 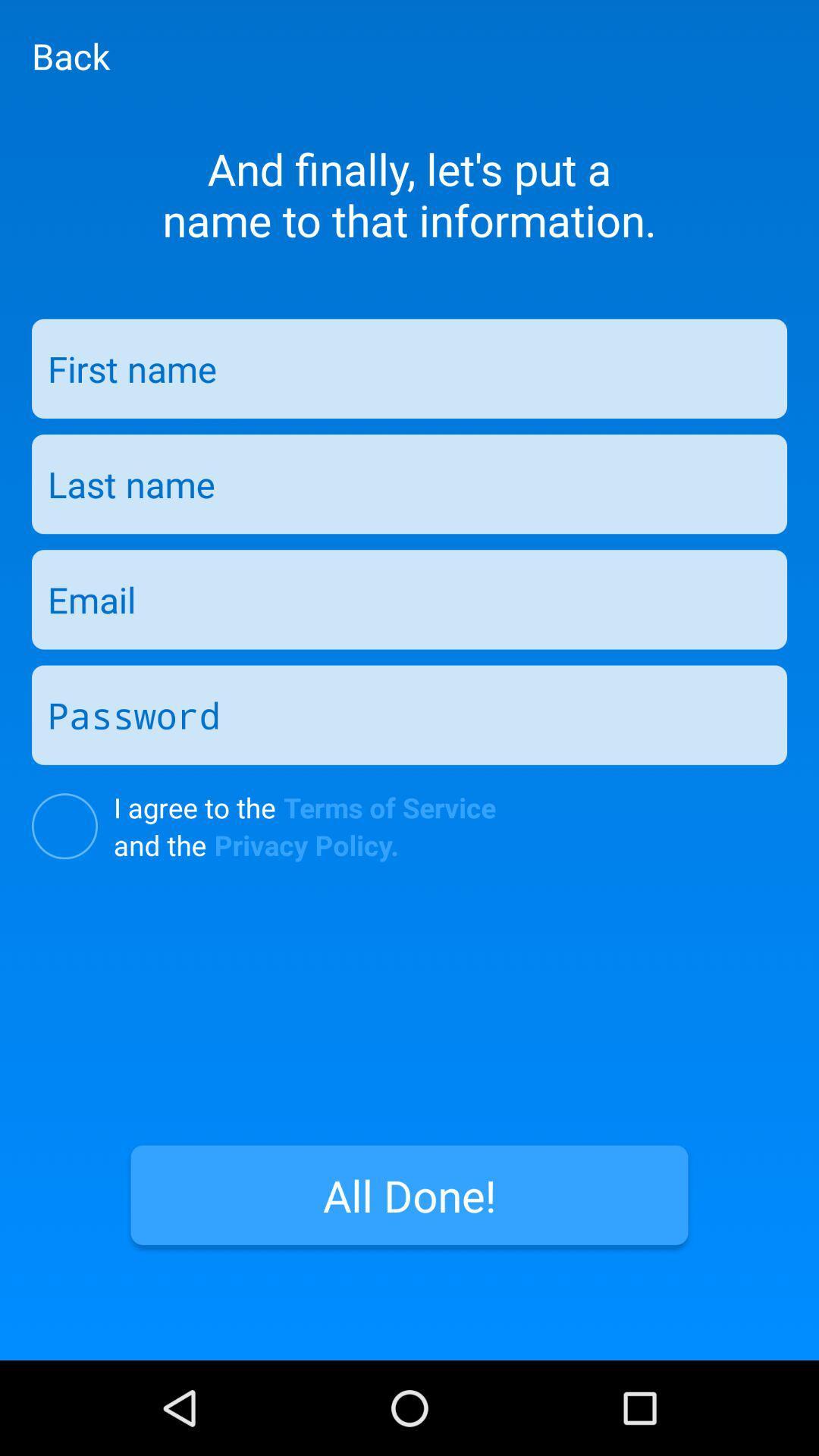 What do you see at coordinates (409, 483) in the screenshot?
I see `last name` at bounding box center [409, 483].